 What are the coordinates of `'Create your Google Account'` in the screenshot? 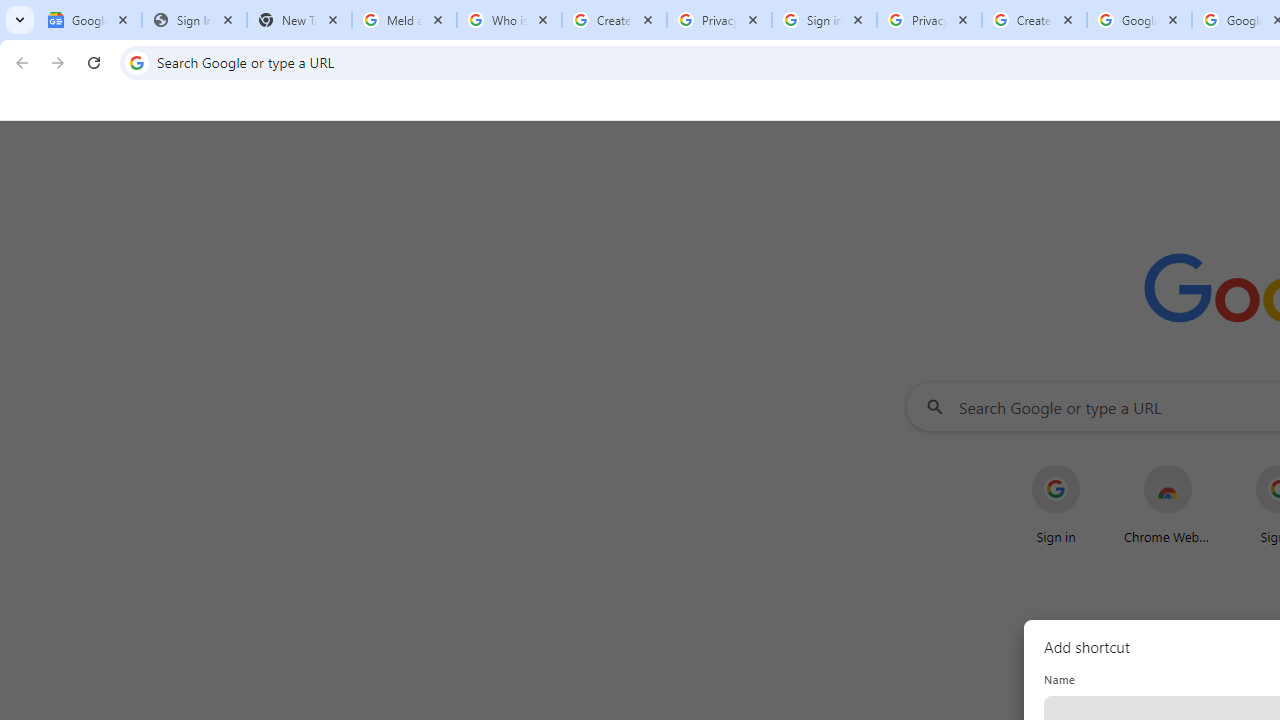 It's located at (1034, 20).